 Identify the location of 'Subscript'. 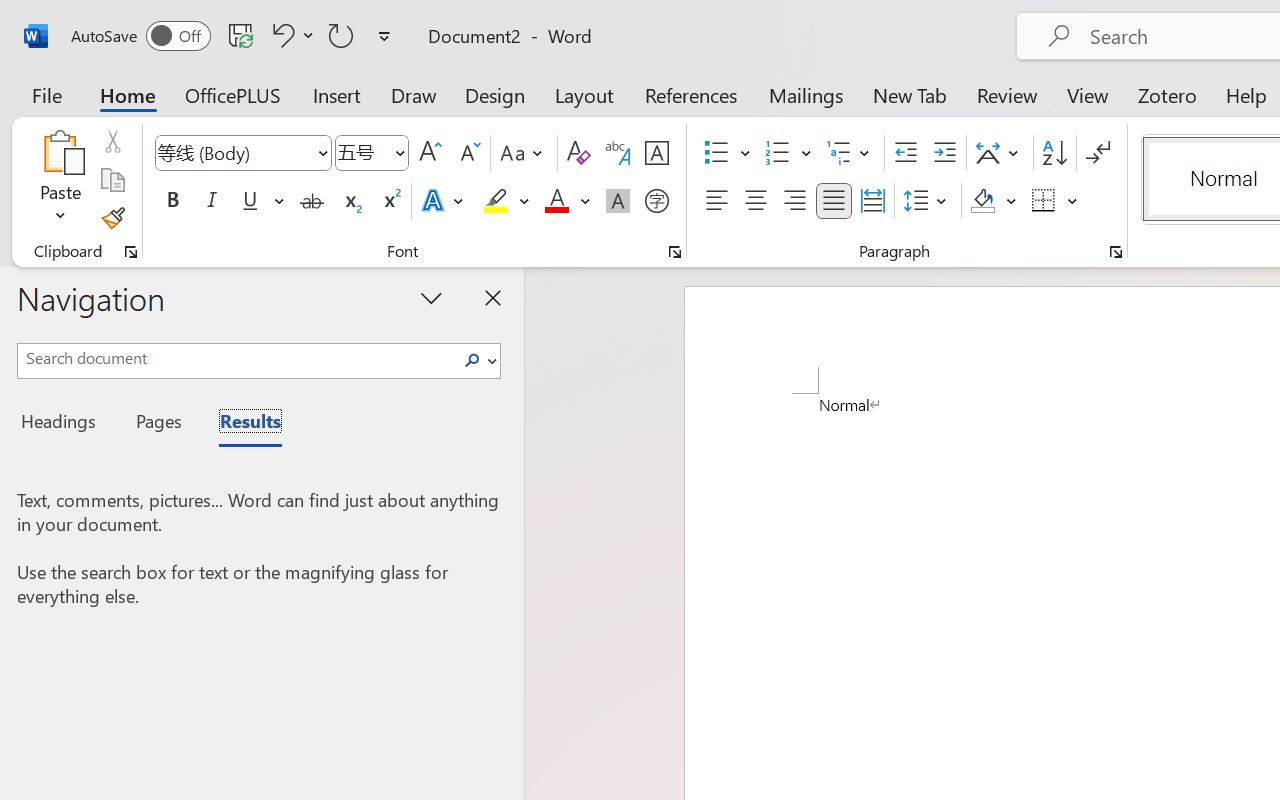
(350, 201).